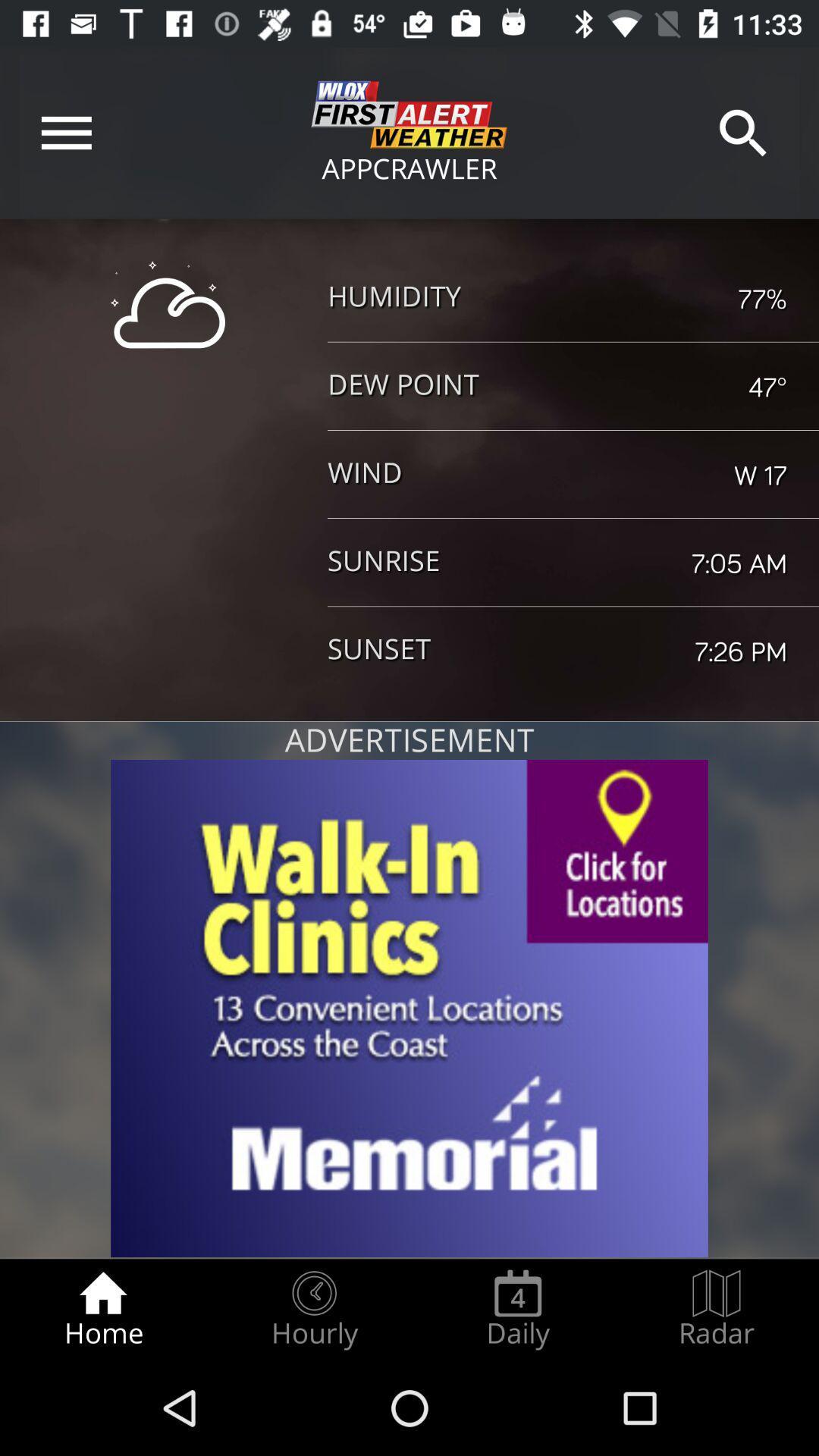 Image resolution: width=819 pixels, height=1456 pixels. Describe the element at coordinates (717, 1309) in the screenshot. I see `the radar at the bottom right corner` at that location.